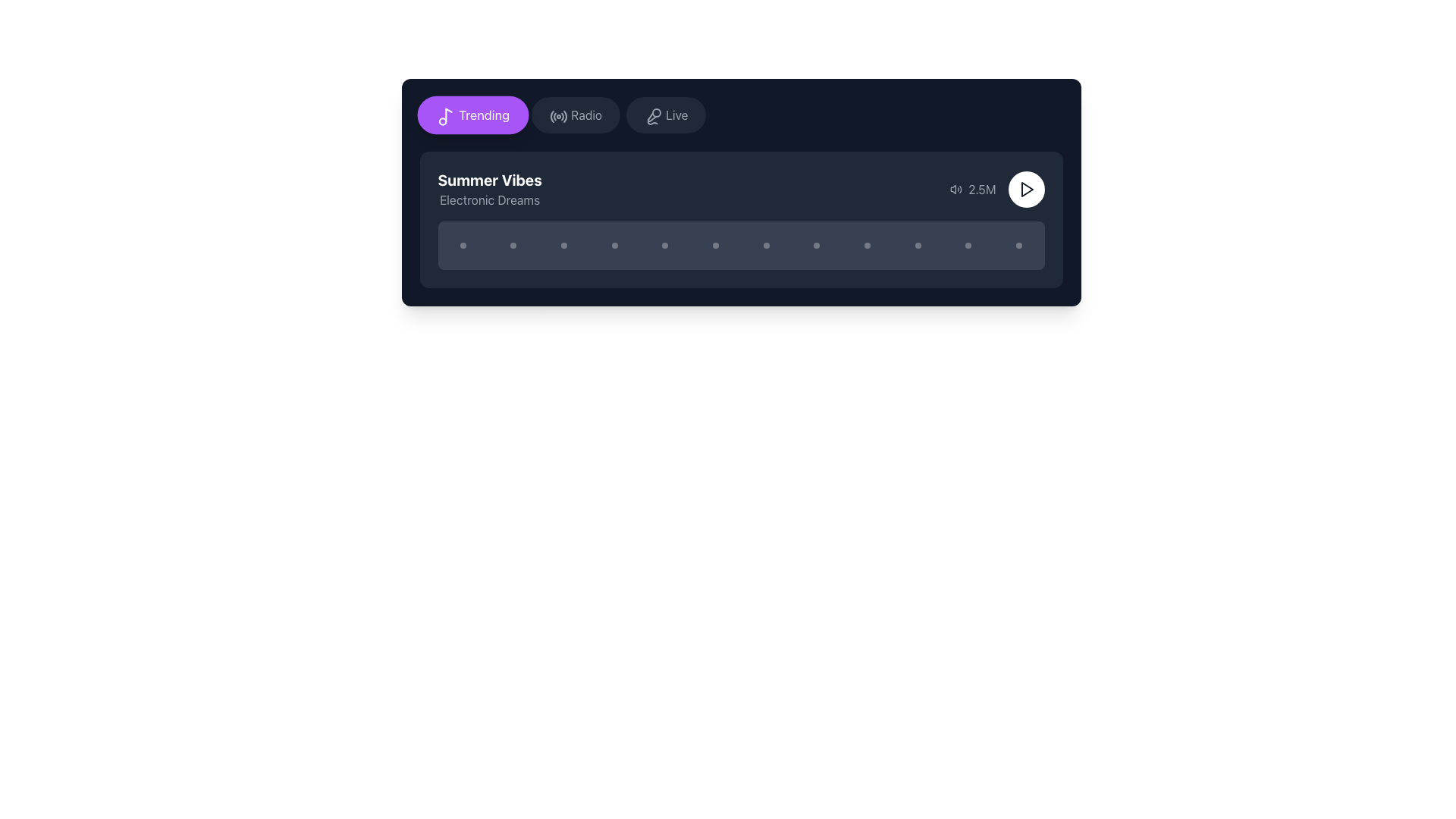 This screenshot has height=819, width=1456. What do you see at coordinates (575, 114) in the screenshot?
I see `the 'Radio' button, which is a dark rounded rectangular button with a radio transmission icon, positioned between the 'Trending' and 'Live' buttons` at bounding box center [575, 114].